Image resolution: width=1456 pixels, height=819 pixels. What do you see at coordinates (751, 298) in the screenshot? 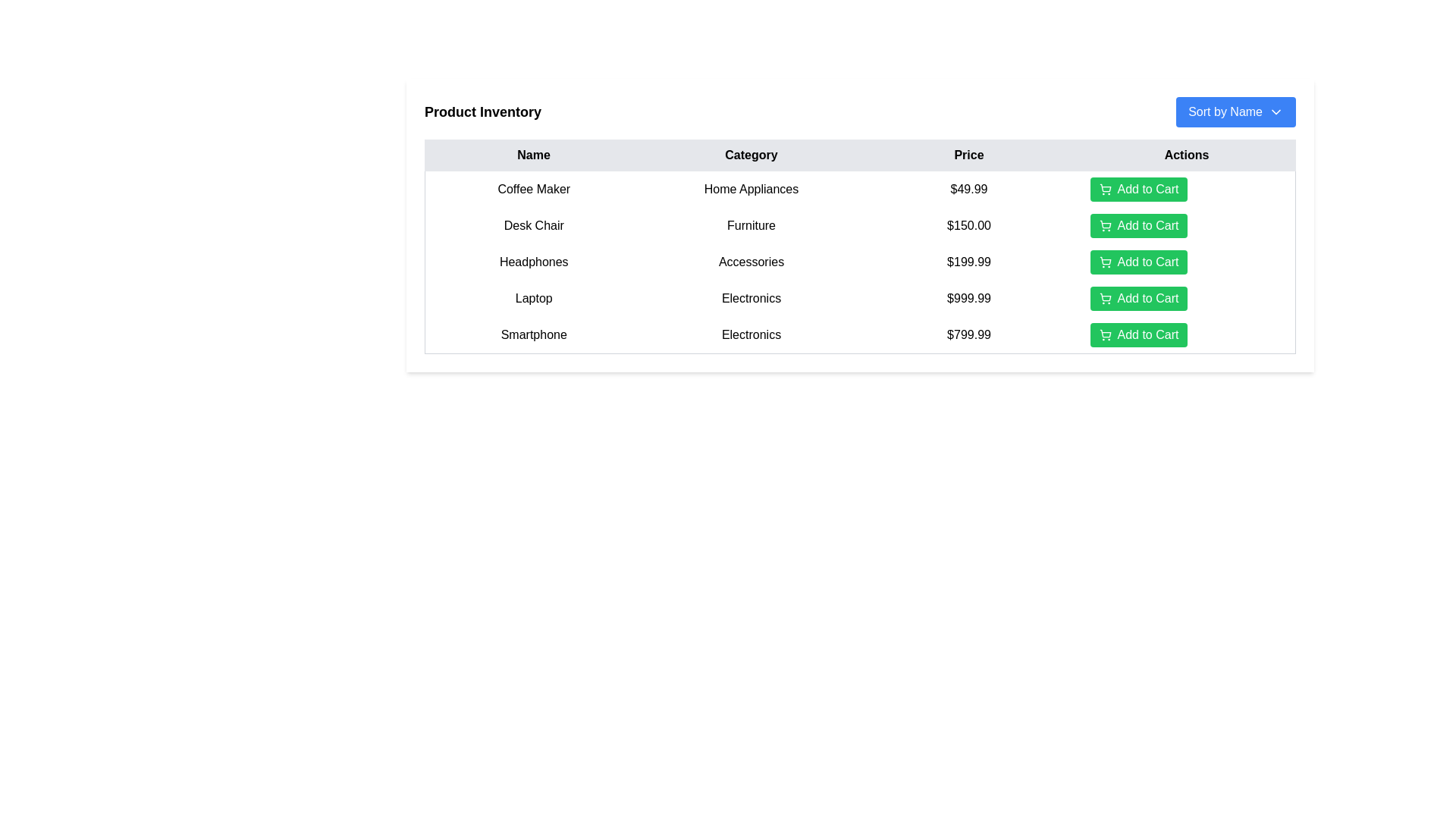
I see `the 'Electronics' label in the 'Category' column of the product table, which is aligned with 'Laptop' in the 'Name' column and '$999.99' in the 'Price' column` at bounding box center [751, 298].